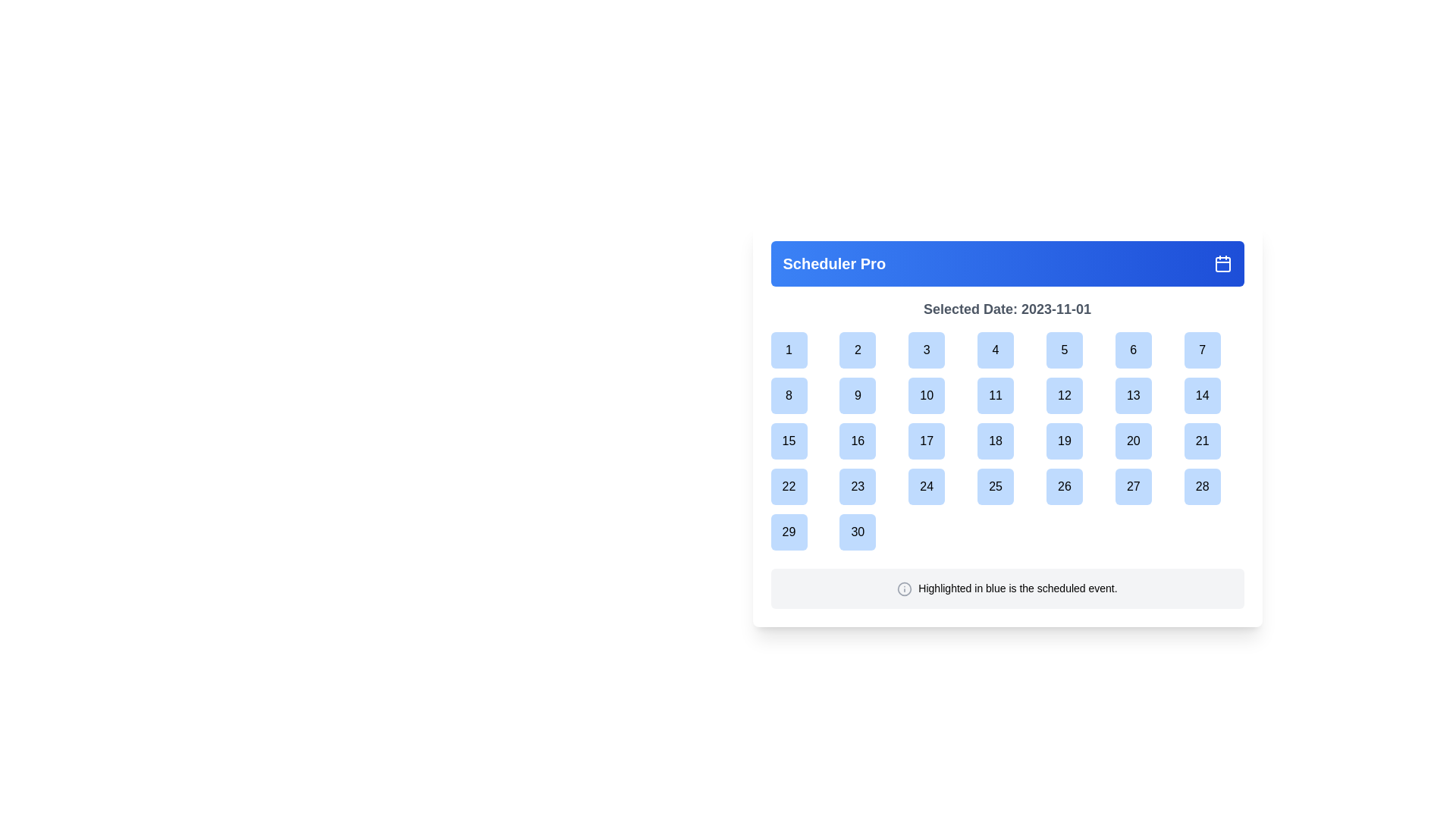 This screenshot has width=1456, height=819. What do you see at coordinates (1007, 350) in the screenshot?
I see `the blue button representing day '4' in the monthly calendar view` at bounding box center [1007, 350].